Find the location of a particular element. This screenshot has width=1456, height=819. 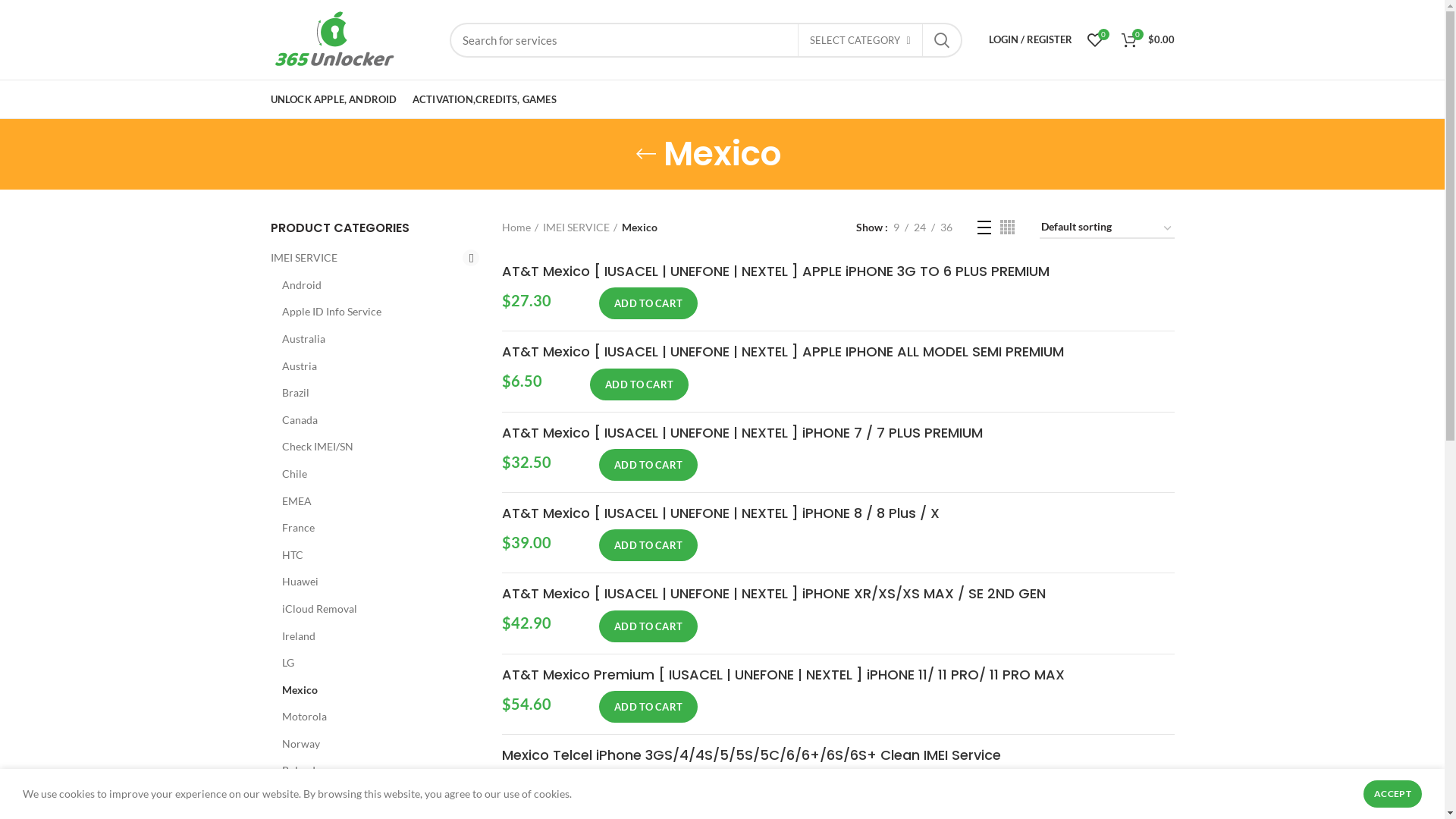

'Huawei' is located at coordinates (371, 581).